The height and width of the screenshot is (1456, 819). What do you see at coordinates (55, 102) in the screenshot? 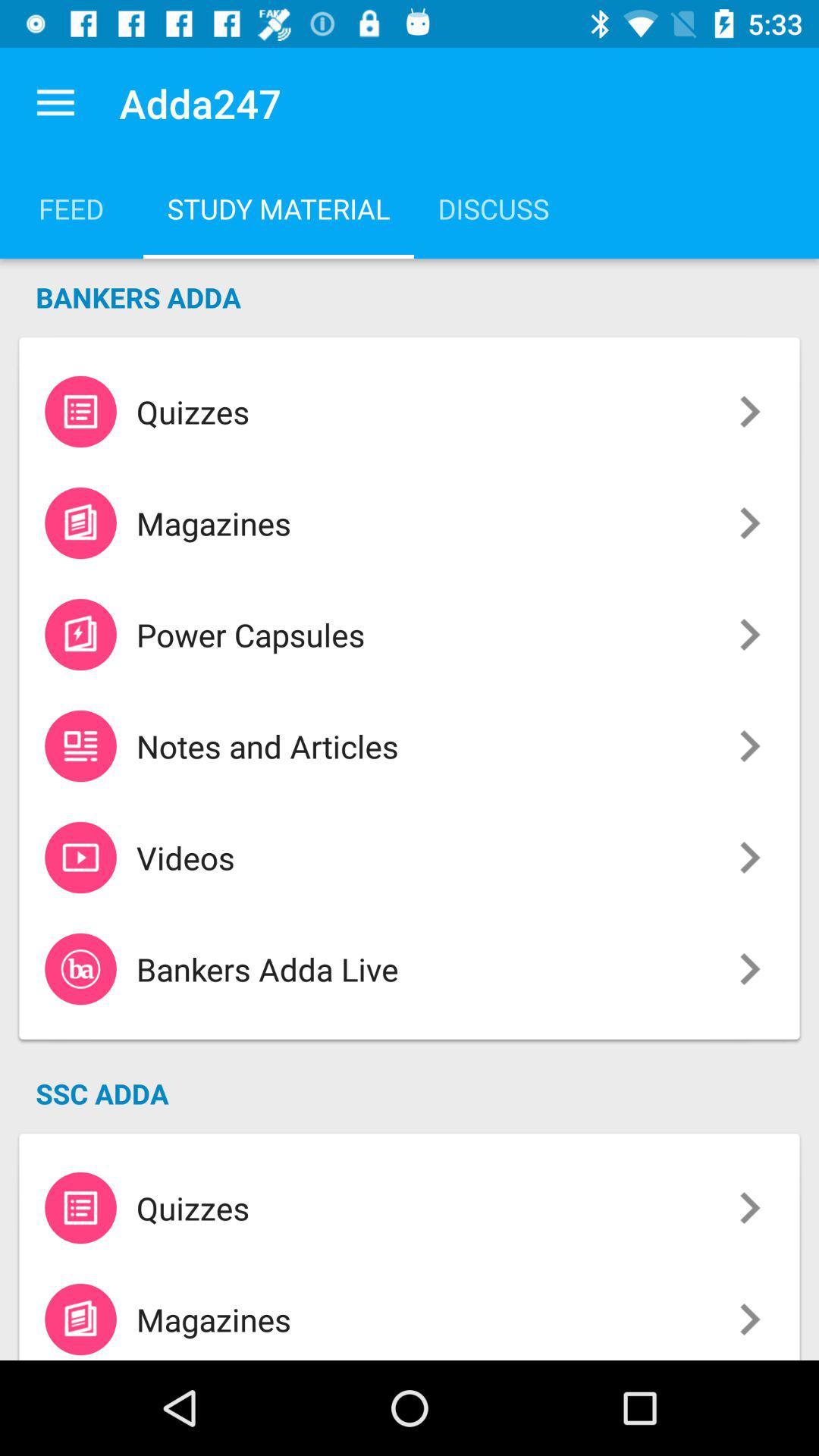
I see `icon above the feed icon` at bounding box center [55, 102].